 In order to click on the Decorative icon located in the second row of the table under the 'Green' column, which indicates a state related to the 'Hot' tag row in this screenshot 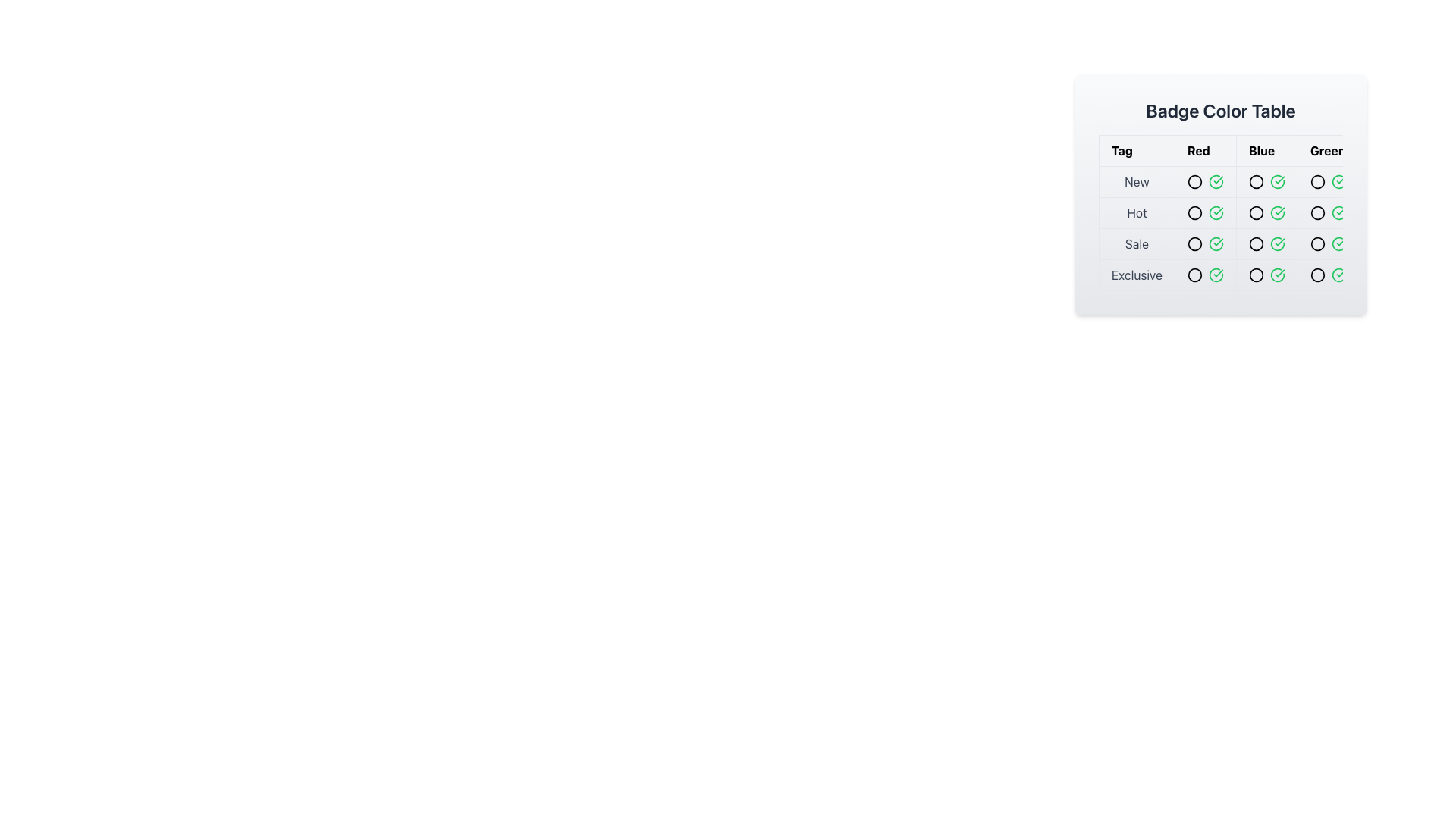, I will do `click(1316, 213)`.